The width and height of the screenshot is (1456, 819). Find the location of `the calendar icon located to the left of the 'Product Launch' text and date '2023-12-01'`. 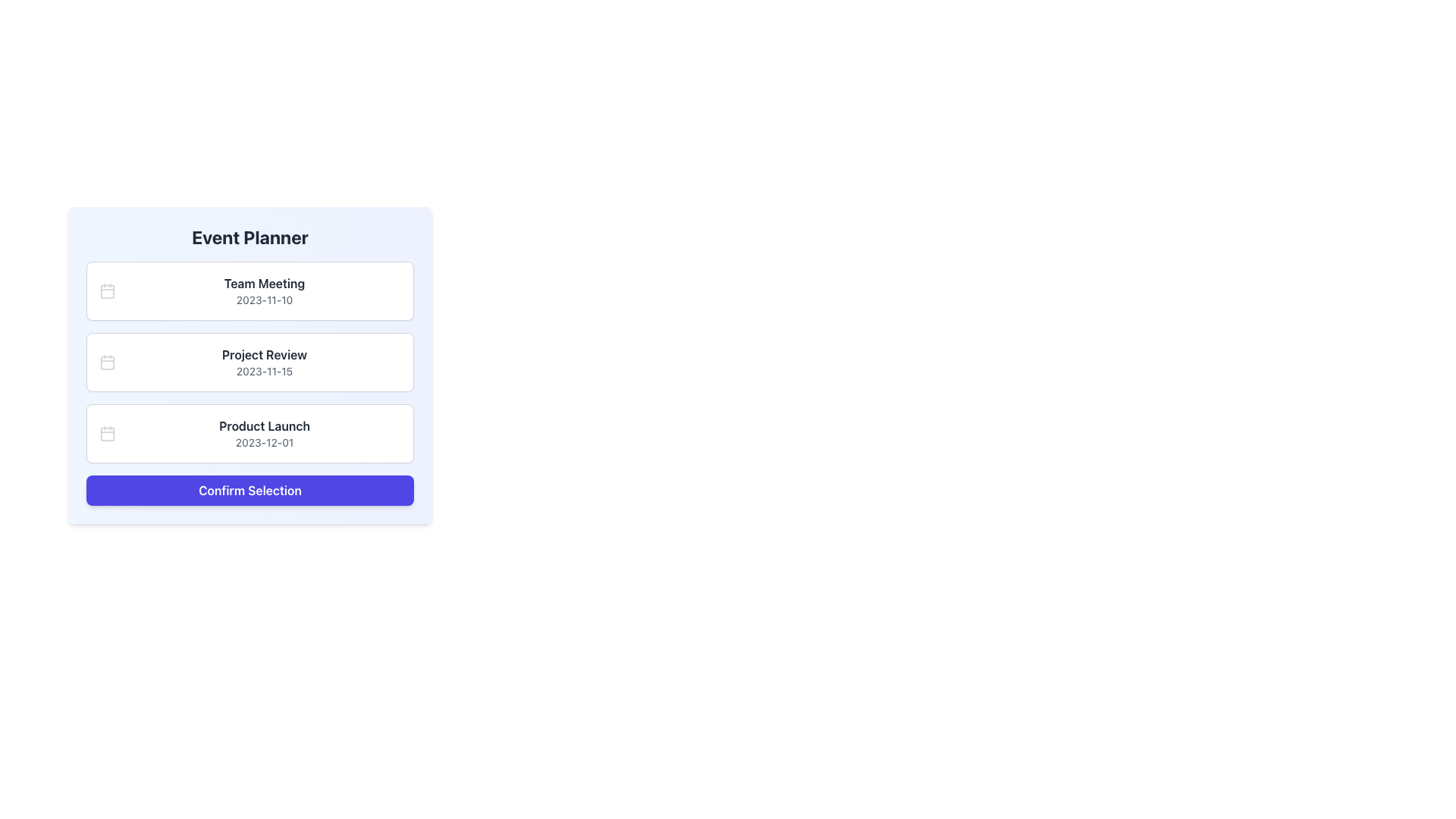

the calendar icon located to the left of the 'Product Launch' text and date '2023-12-01' is located at coordinates (107, 433).